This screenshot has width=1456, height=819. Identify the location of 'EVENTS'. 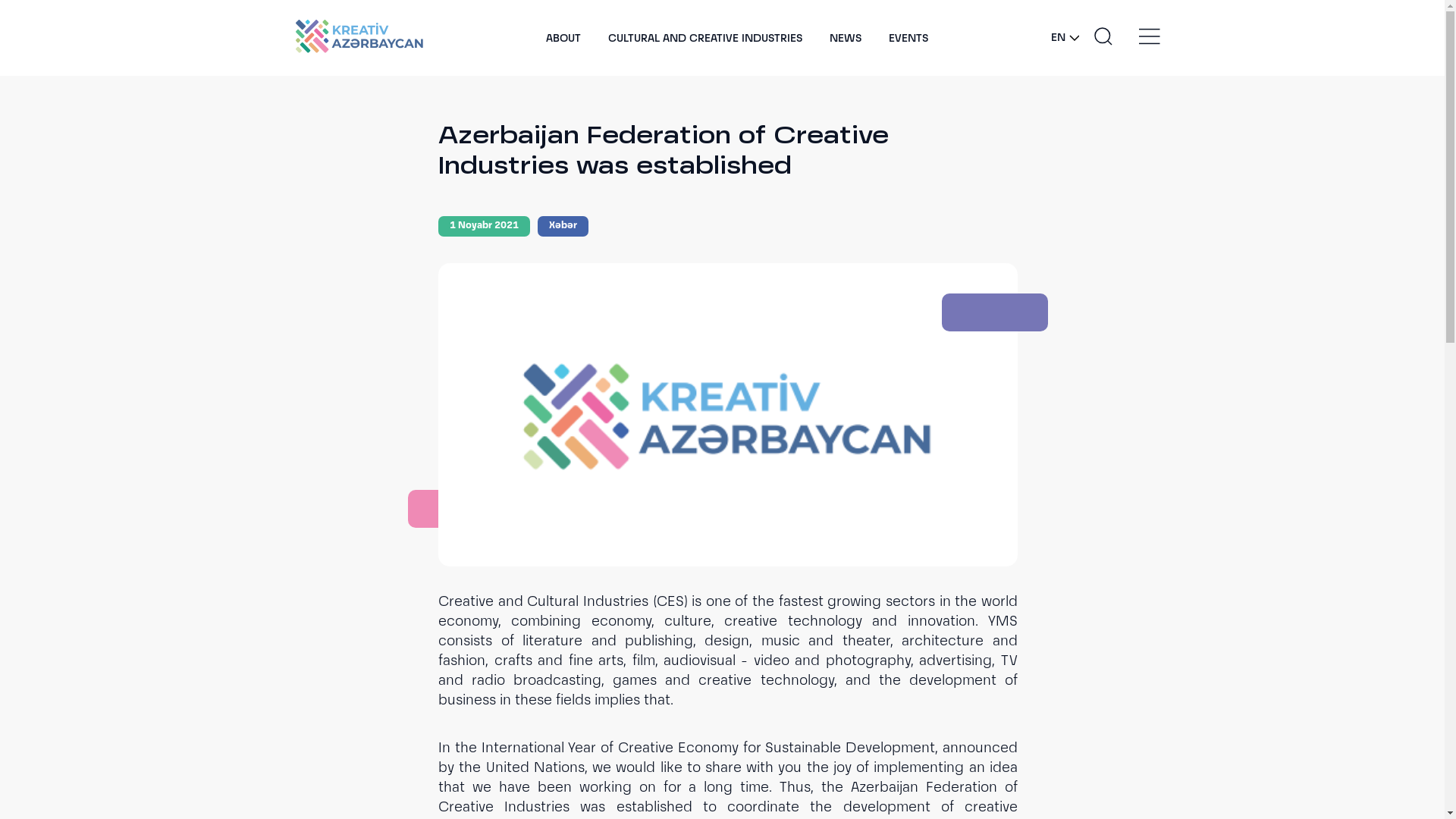
(908, 37).